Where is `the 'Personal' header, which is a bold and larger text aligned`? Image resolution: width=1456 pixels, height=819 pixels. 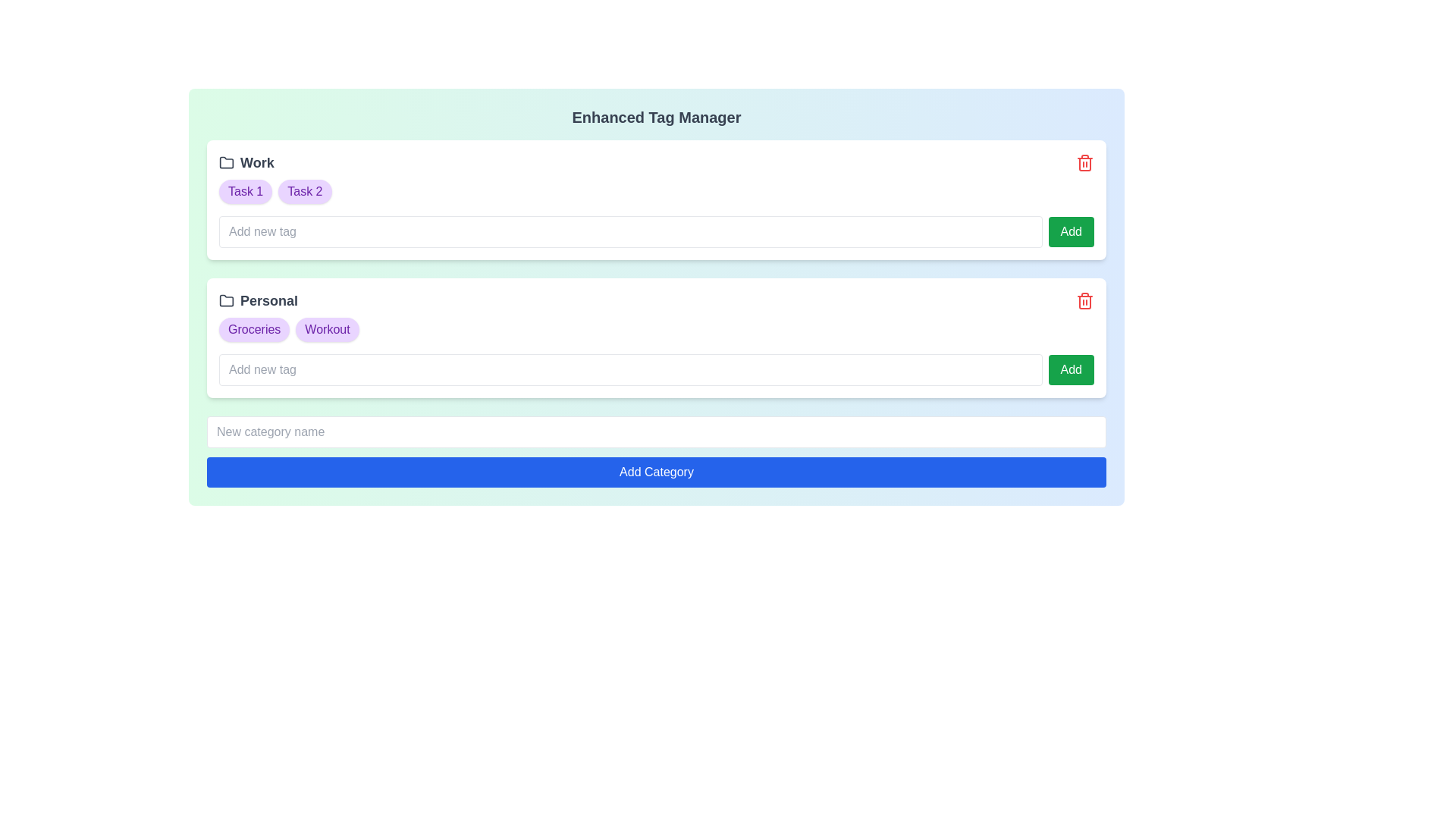 the 'Personal' header, which is a bold and larger text aligned is located at coordinates (656, 301).